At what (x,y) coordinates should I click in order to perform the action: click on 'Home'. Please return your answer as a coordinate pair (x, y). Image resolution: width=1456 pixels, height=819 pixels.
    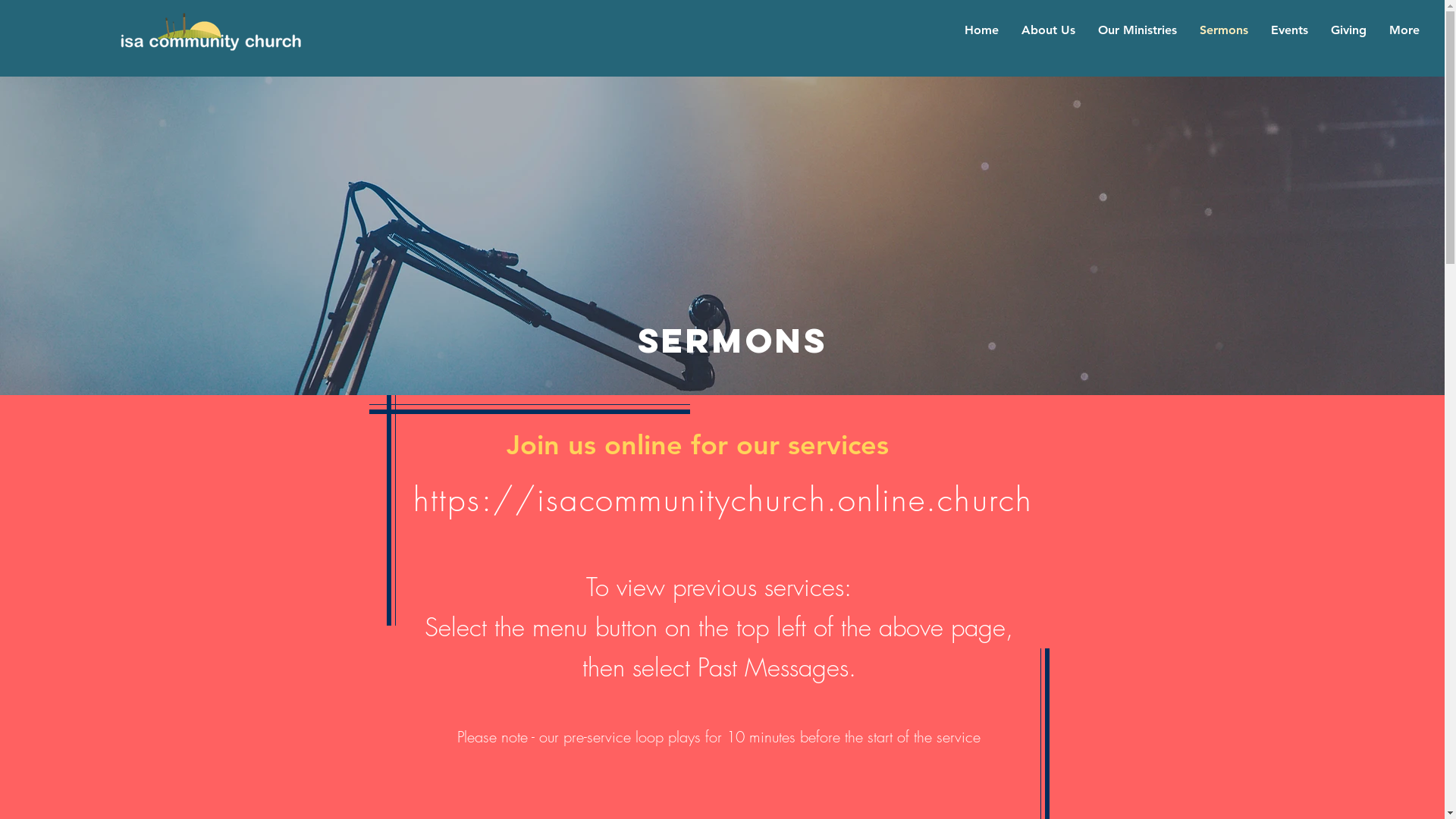
    Looking at the image, I should click on (981, 30).